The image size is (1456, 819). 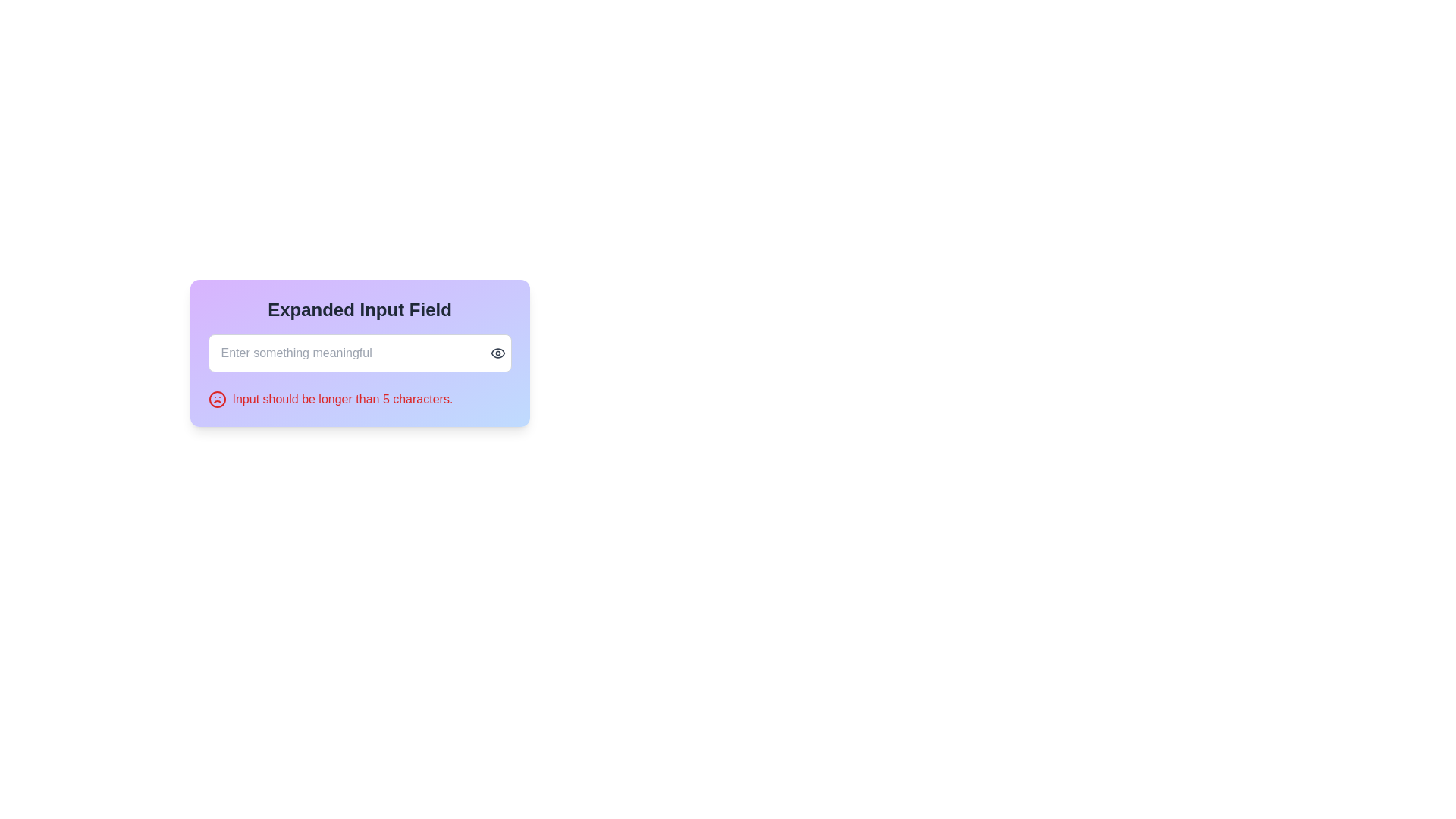 What do you see at coordinates (341, 399) in the screenshot?
I see `the informational text displaying the message 'Input should be longer than 5 characters.' styled in red, located below the input field and adjacent to the sad face icon` at bounding box center [341, 399].